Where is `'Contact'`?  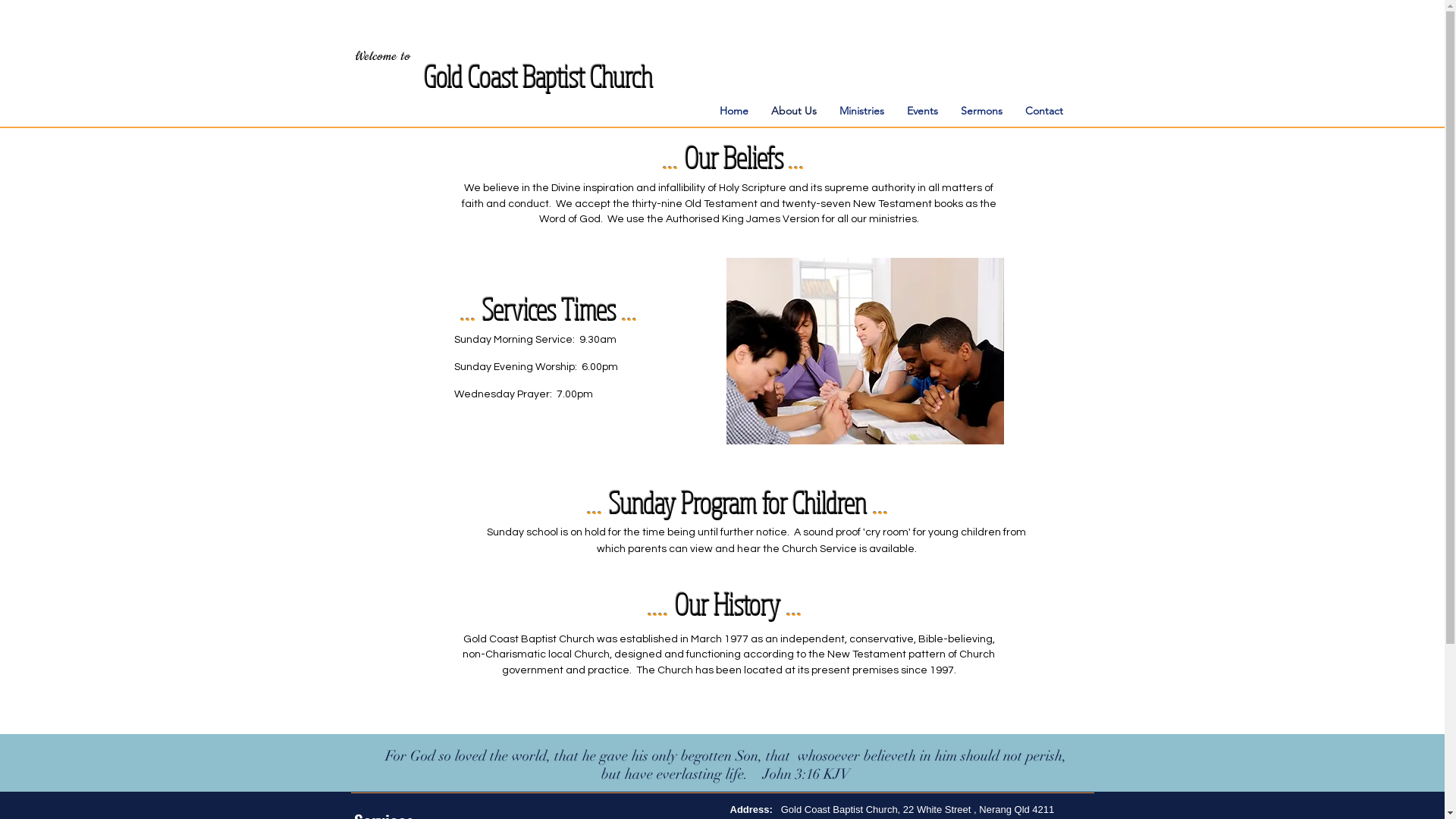 'Contact' is located at coordinates (1043, 110).